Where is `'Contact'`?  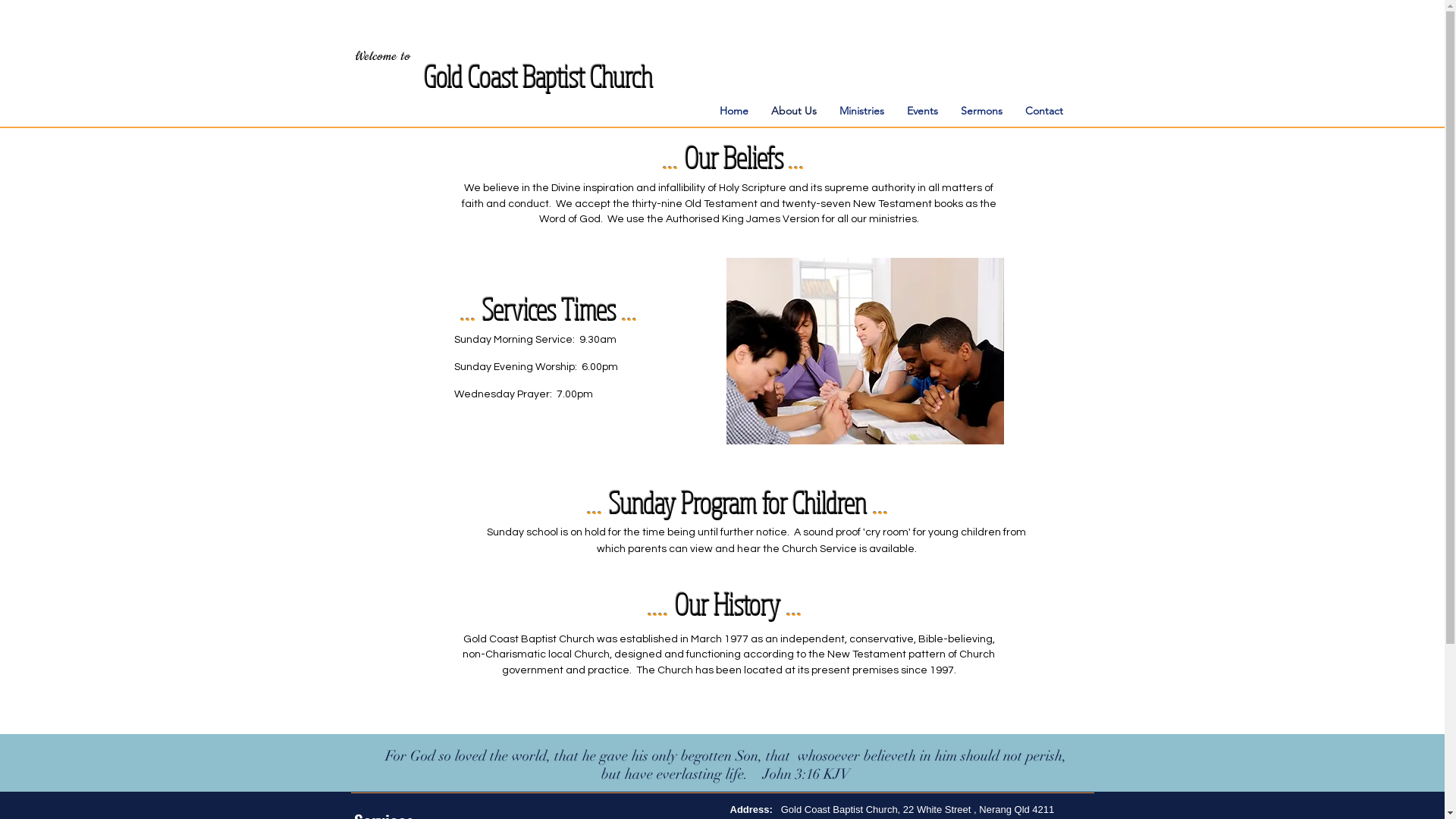 'Contact' is located at coordinates (1043, 110).